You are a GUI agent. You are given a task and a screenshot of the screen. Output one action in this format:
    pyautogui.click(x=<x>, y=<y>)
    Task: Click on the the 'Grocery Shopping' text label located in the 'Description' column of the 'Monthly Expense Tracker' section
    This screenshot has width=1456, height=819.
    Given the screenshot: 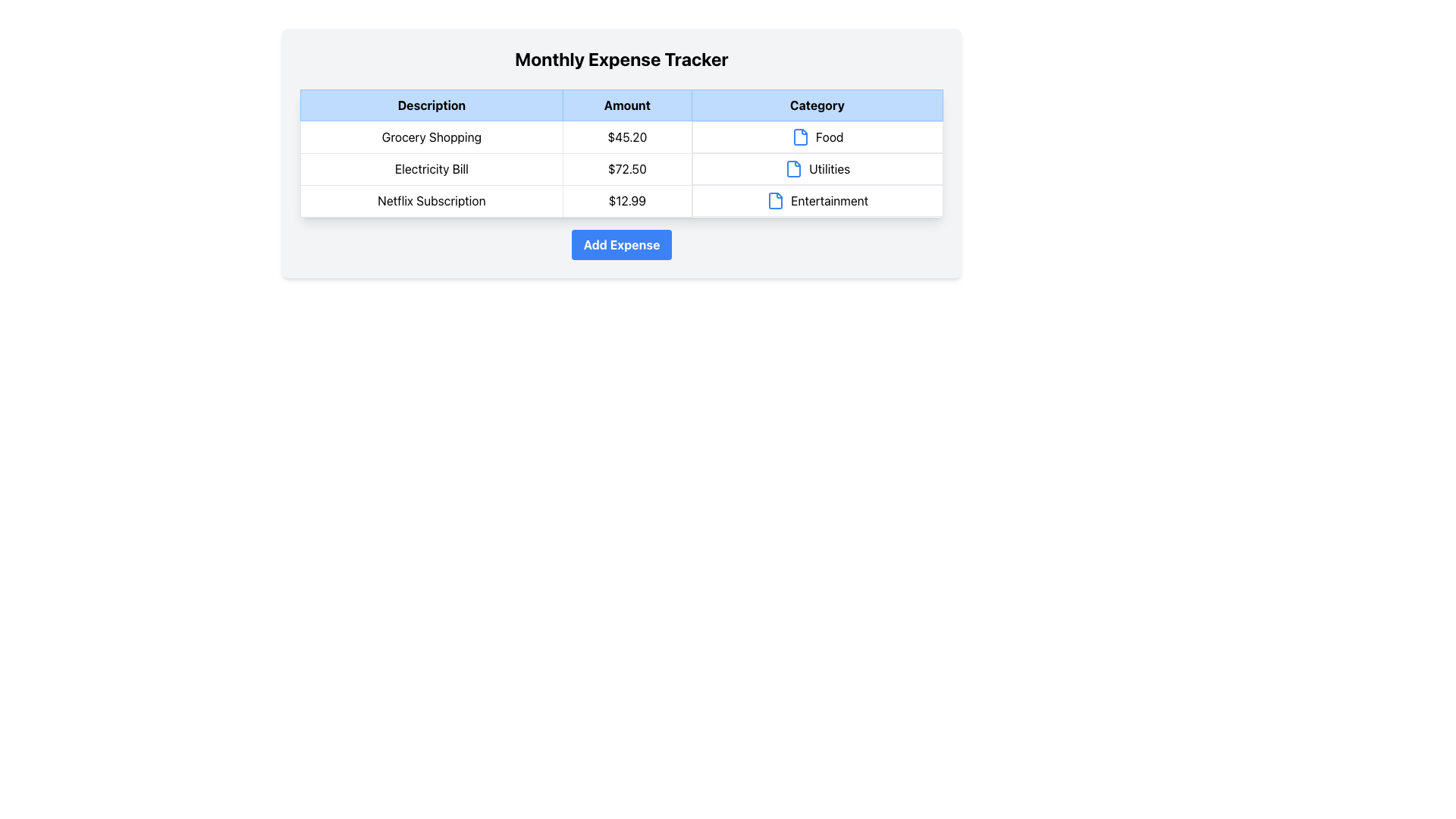 What is the action you would take?
    pyautogui.click(x=431, y=136)
    